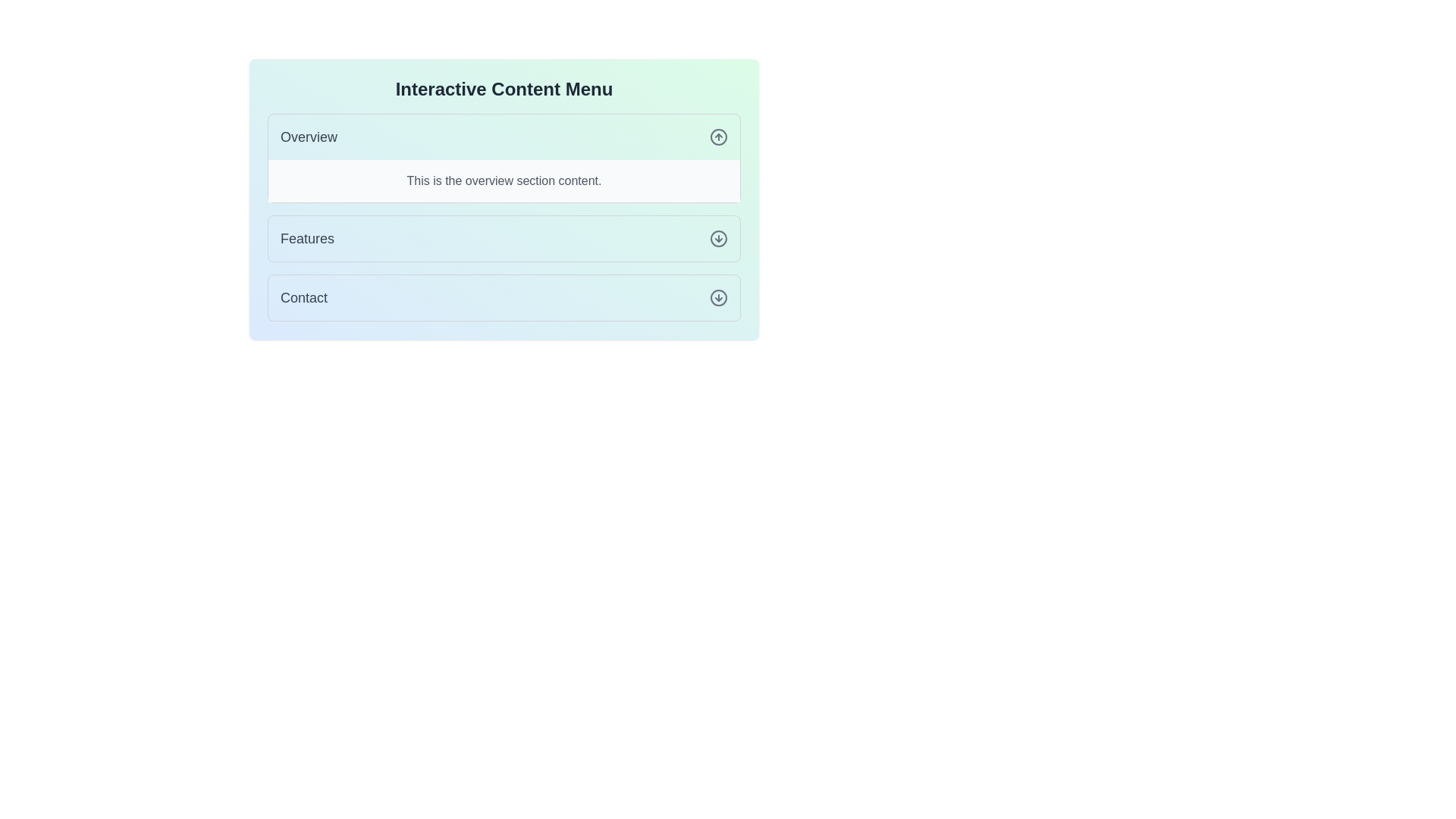  What do you see at coordinates (718, 298) in the screenshot?
I see `the decorative circular element or icon indicating a dropdown in the 'Contact' section located in the bottom-right of the interactive content menu interface` at bounding box center [718, 298].